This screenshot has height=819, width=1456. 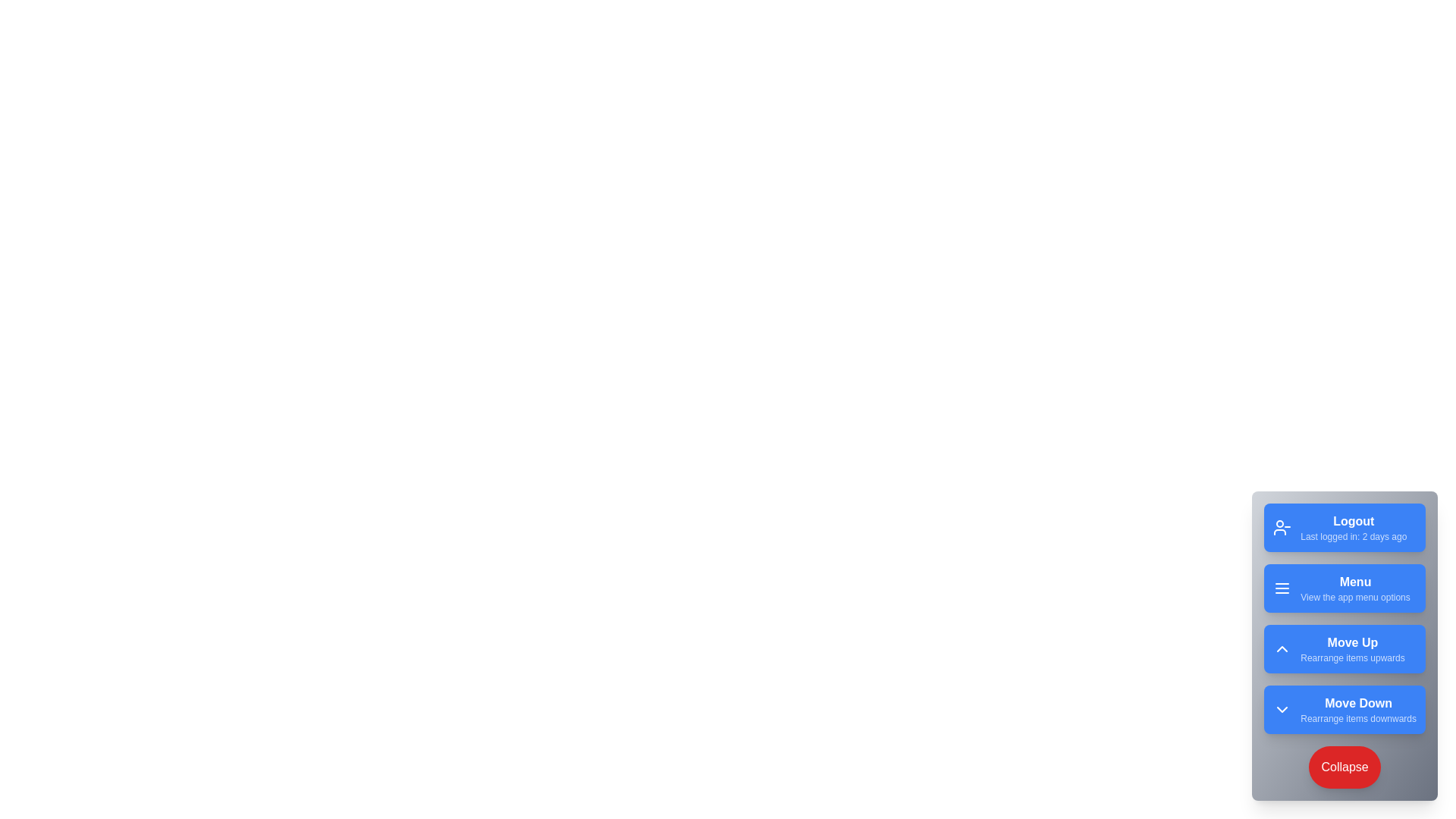 I want to click on the downward-pointing chevron icon located within the blue 'Move Down' button, which is above the descriptive text 'Rearrange items downwards.', so click(x=1282, y=710).